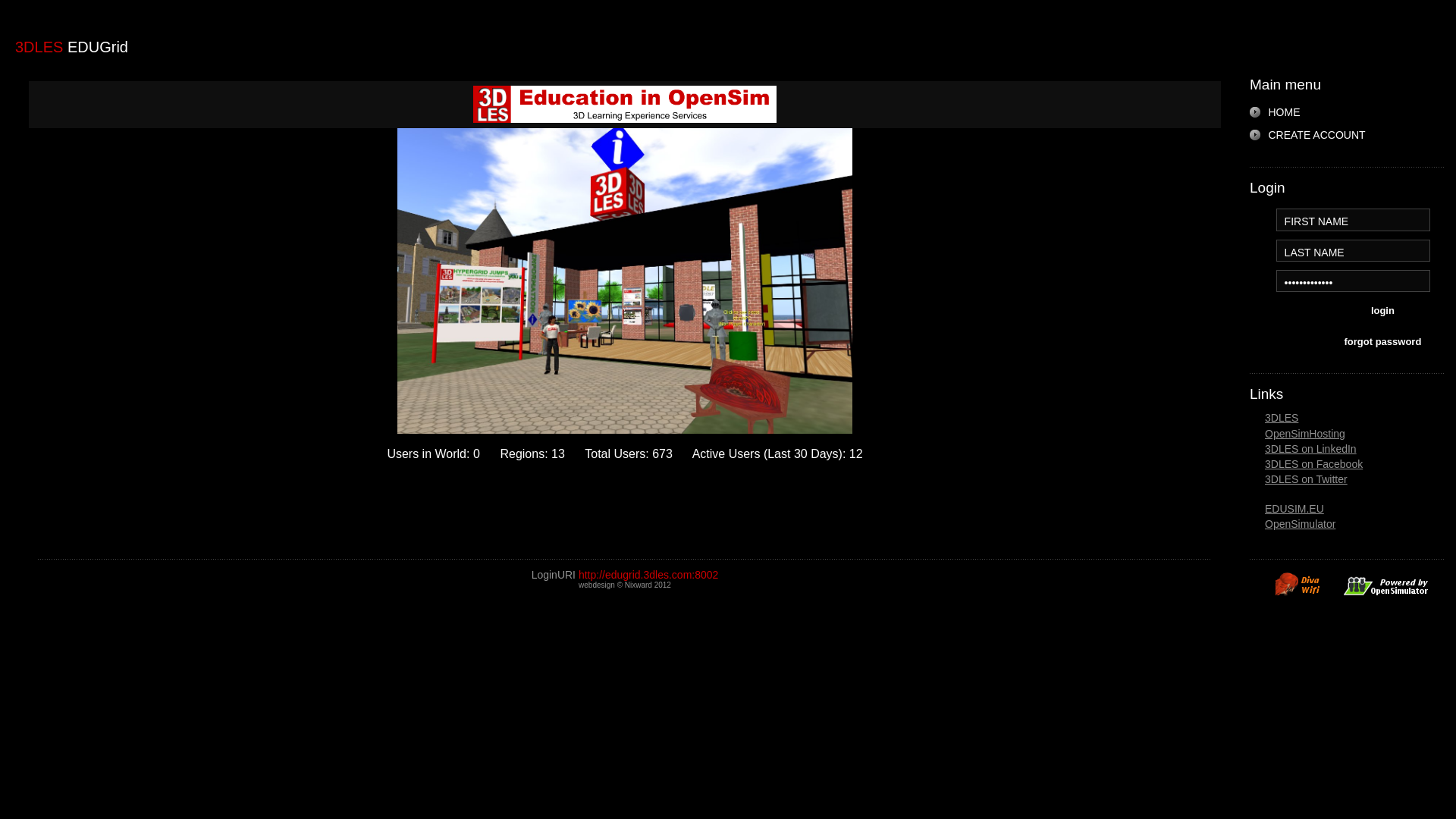  What do you see at coordinates (1299, 522) in the screenshot?
I see `'OpenSimulator'` at bounding box center [1299, 522].